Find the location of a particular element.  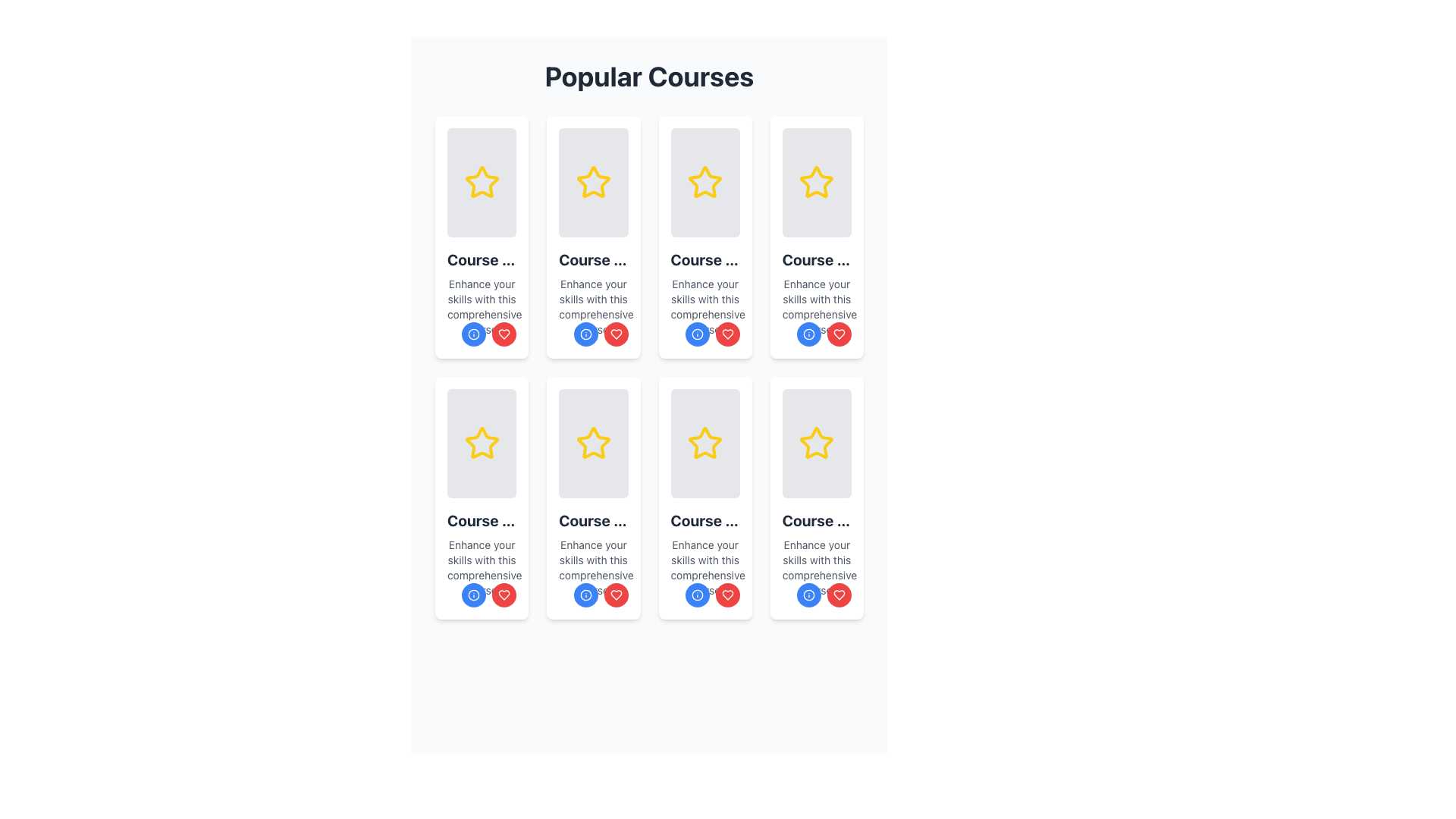

the circular 'info' icon button outlined in blue, located in the second row and second column of the grid of course cards is located at coordinates (585, 333).